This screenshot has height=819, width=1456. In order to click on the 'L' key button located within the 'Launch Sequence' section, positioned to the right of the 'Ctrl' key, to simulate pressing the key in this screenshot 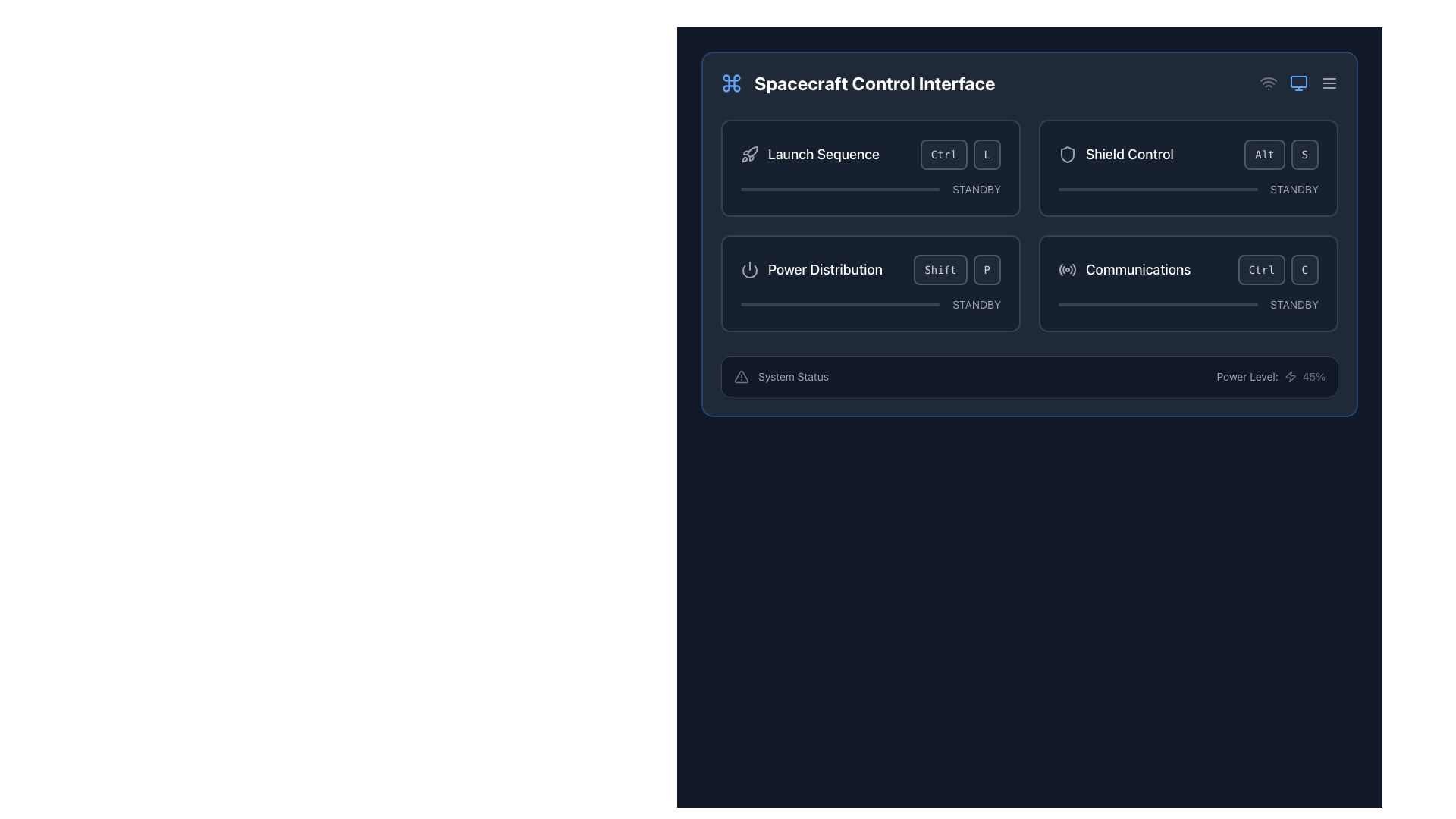, I will do `click(987, 155)`.